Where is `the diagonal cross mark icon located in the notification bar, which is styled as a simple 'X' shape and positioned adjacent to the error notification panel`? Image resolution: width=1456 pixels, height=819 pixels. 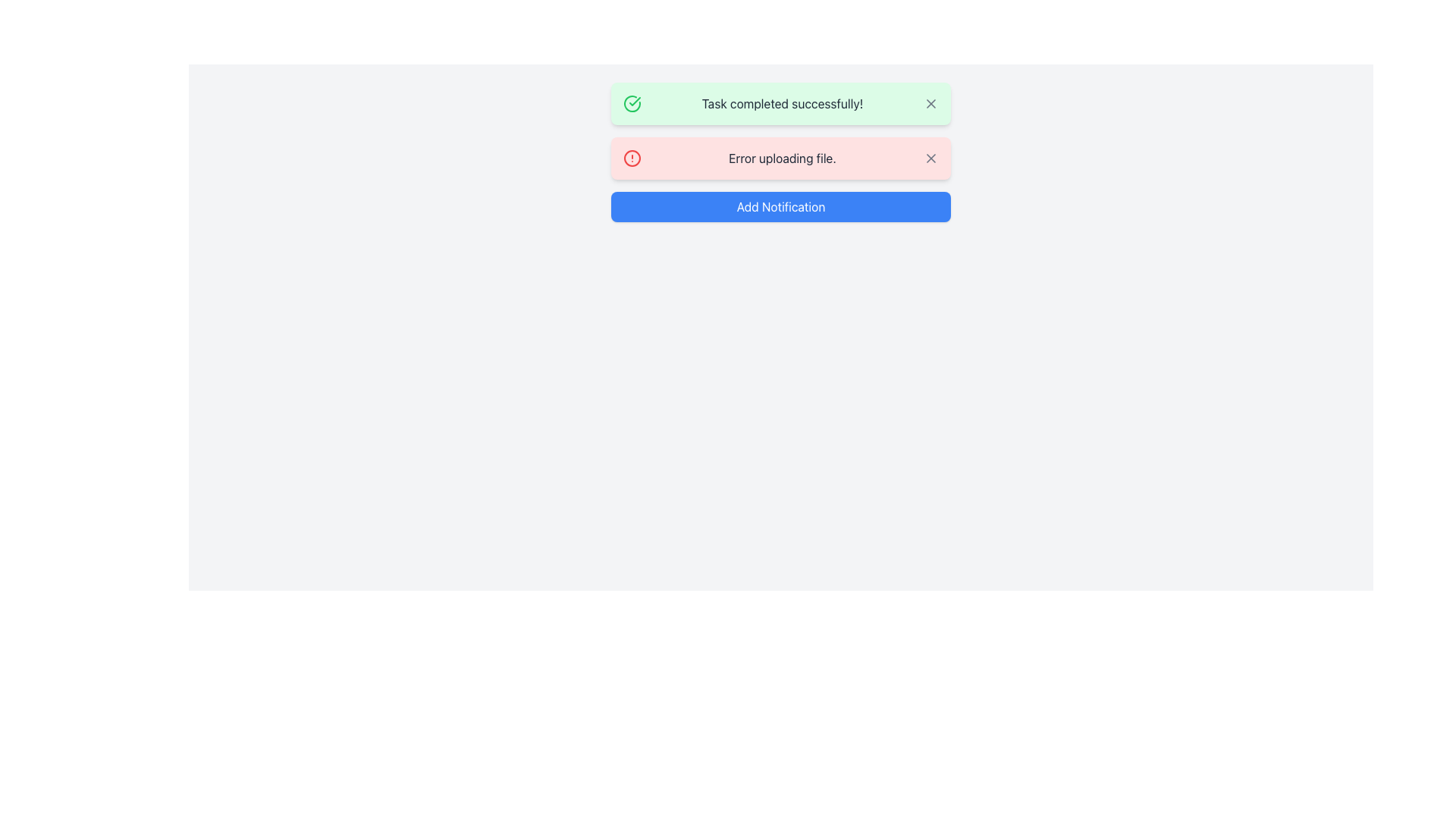 the diagonal cross mark icon located in the notification bar, which is styled as a simple 'X' shape and positioned adjacent to the error notification panel is located at coordinates (930, 158).